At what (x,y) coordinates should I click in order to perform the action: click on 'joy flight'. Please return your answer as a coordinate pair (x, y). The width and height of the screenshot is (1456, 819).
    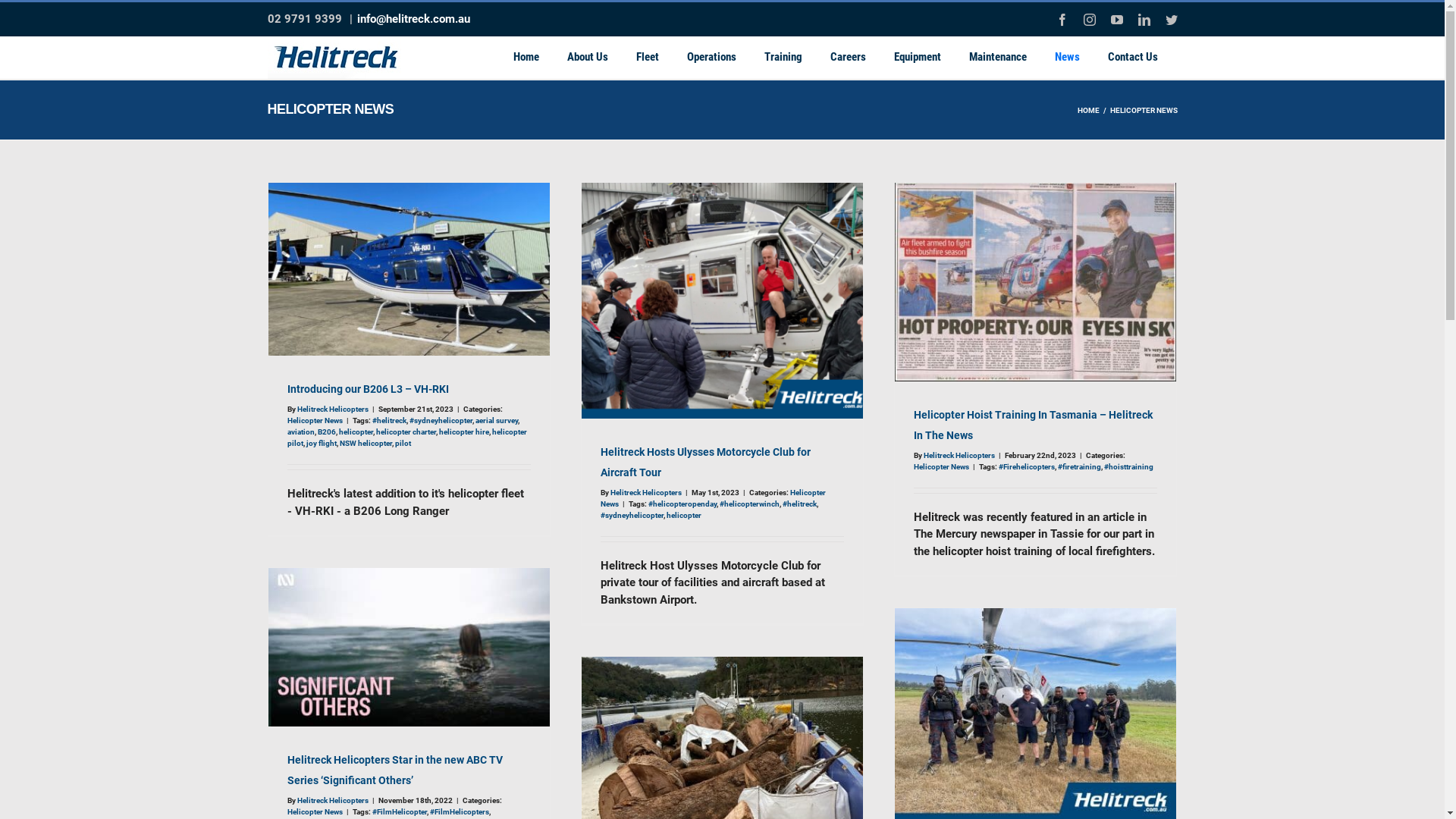
    Looking at the image, I should click on (320, 443).